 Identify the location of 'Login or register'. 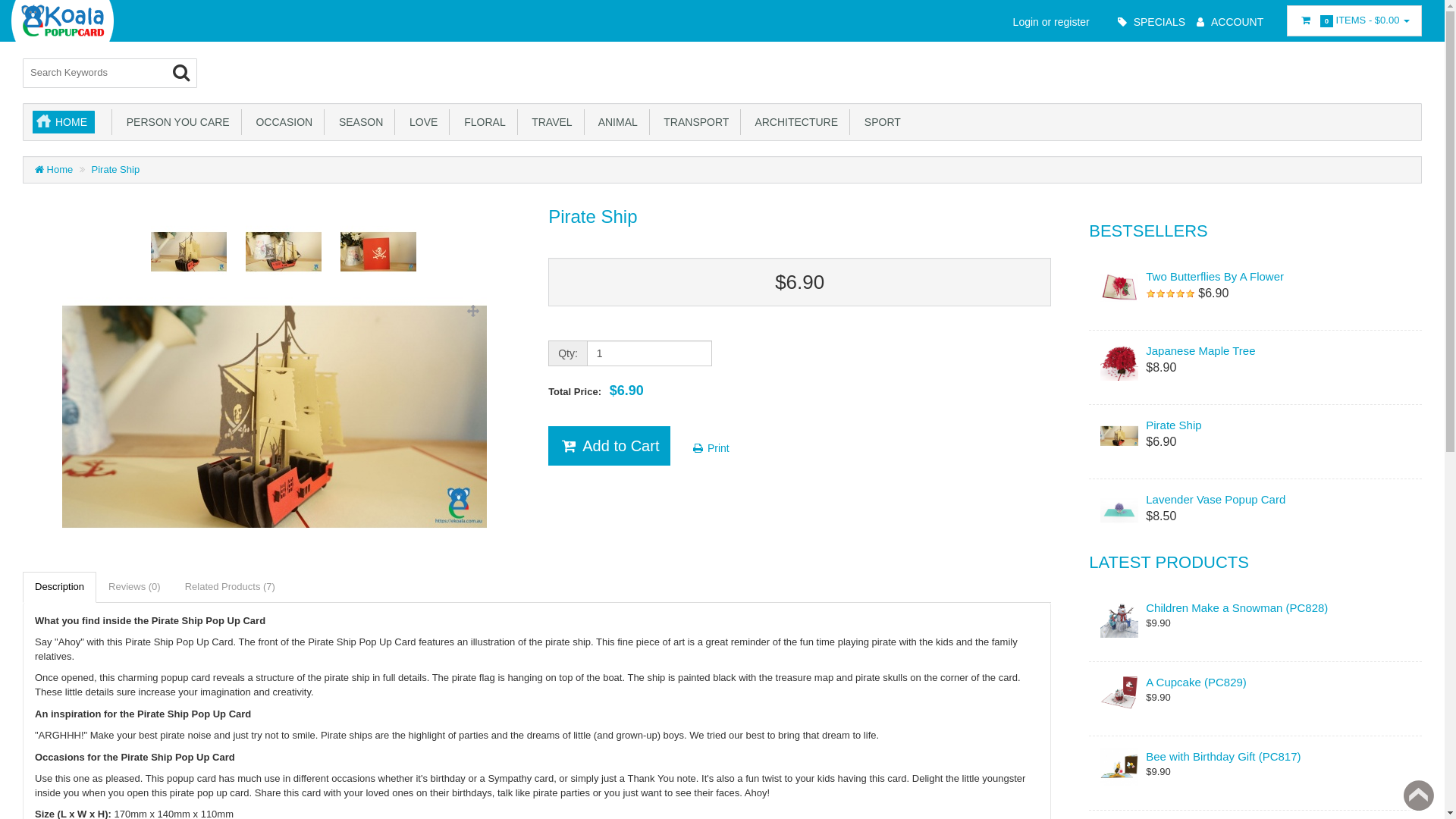
(1046, 22).